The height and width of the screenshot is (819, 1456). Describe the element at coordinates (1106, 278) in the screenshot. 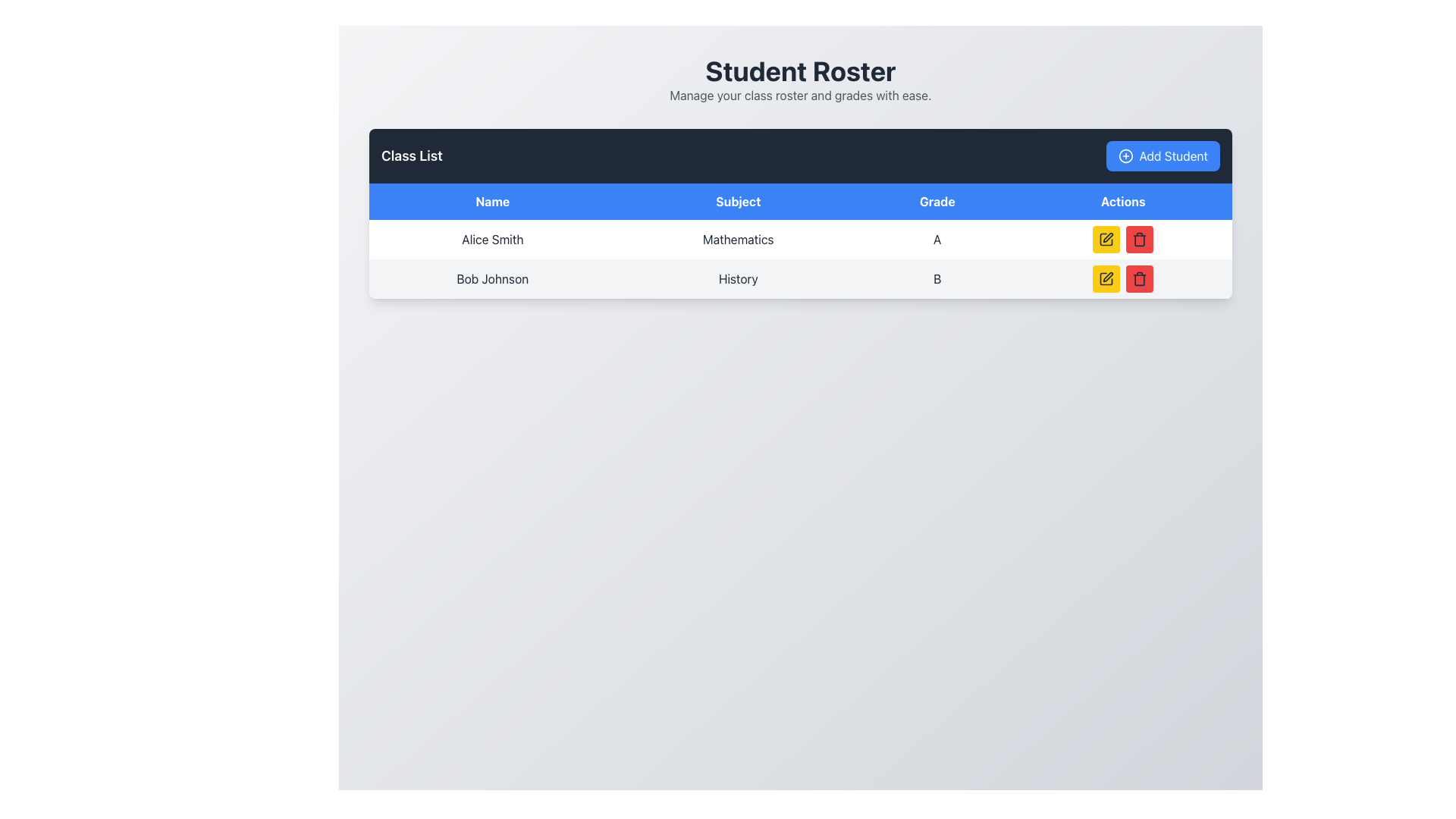

I see `the pencil icon in the Actions column of the second row` at that location.